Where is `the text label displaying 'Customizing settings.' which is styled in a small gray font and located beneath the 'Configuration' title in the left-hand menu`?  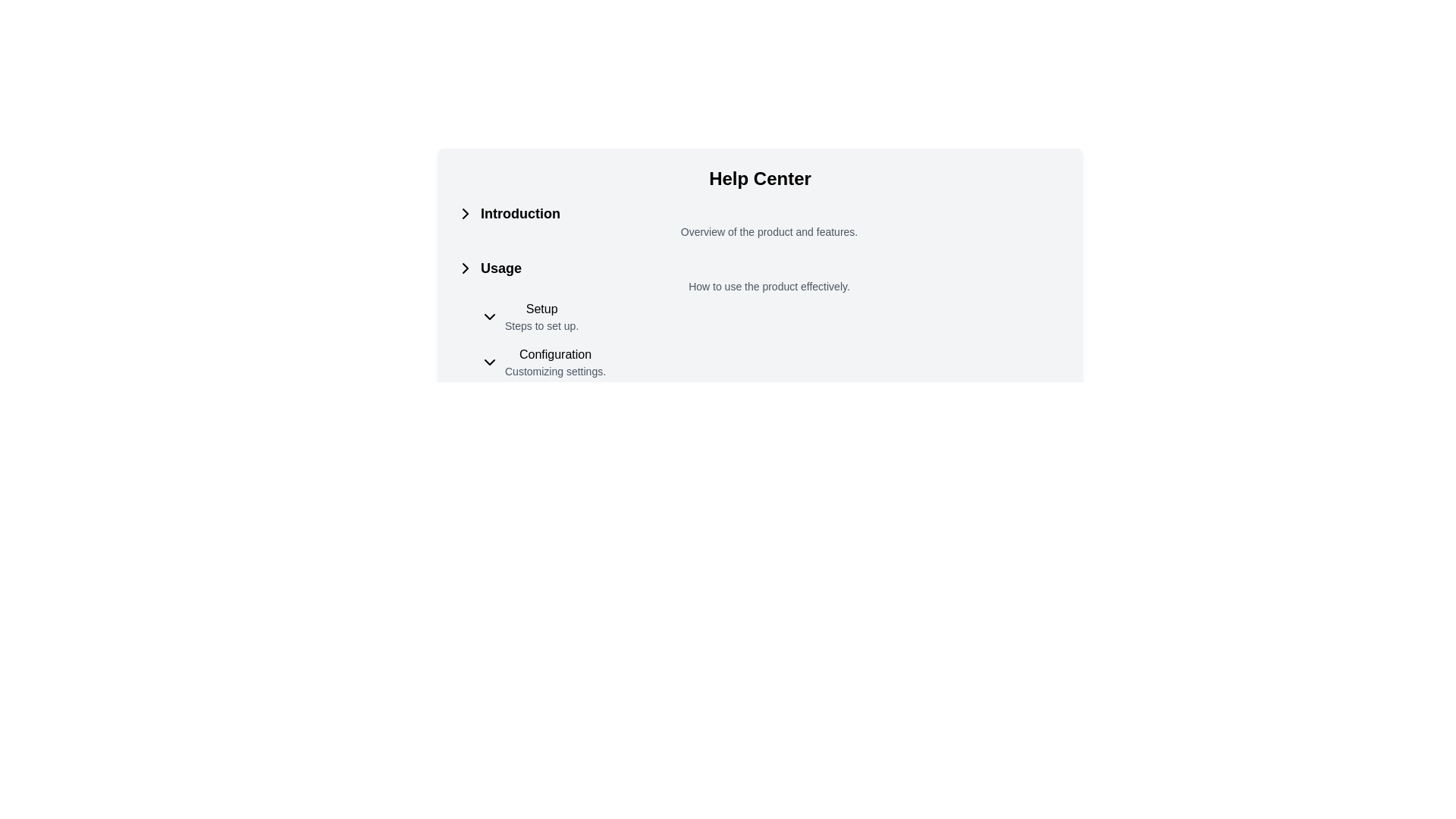 the text label displaying 'Customizing settings.' which is styled in a small gray font and located beneath the 'Configuration' title in the left-hand menu is located at coordinates (554, 371).